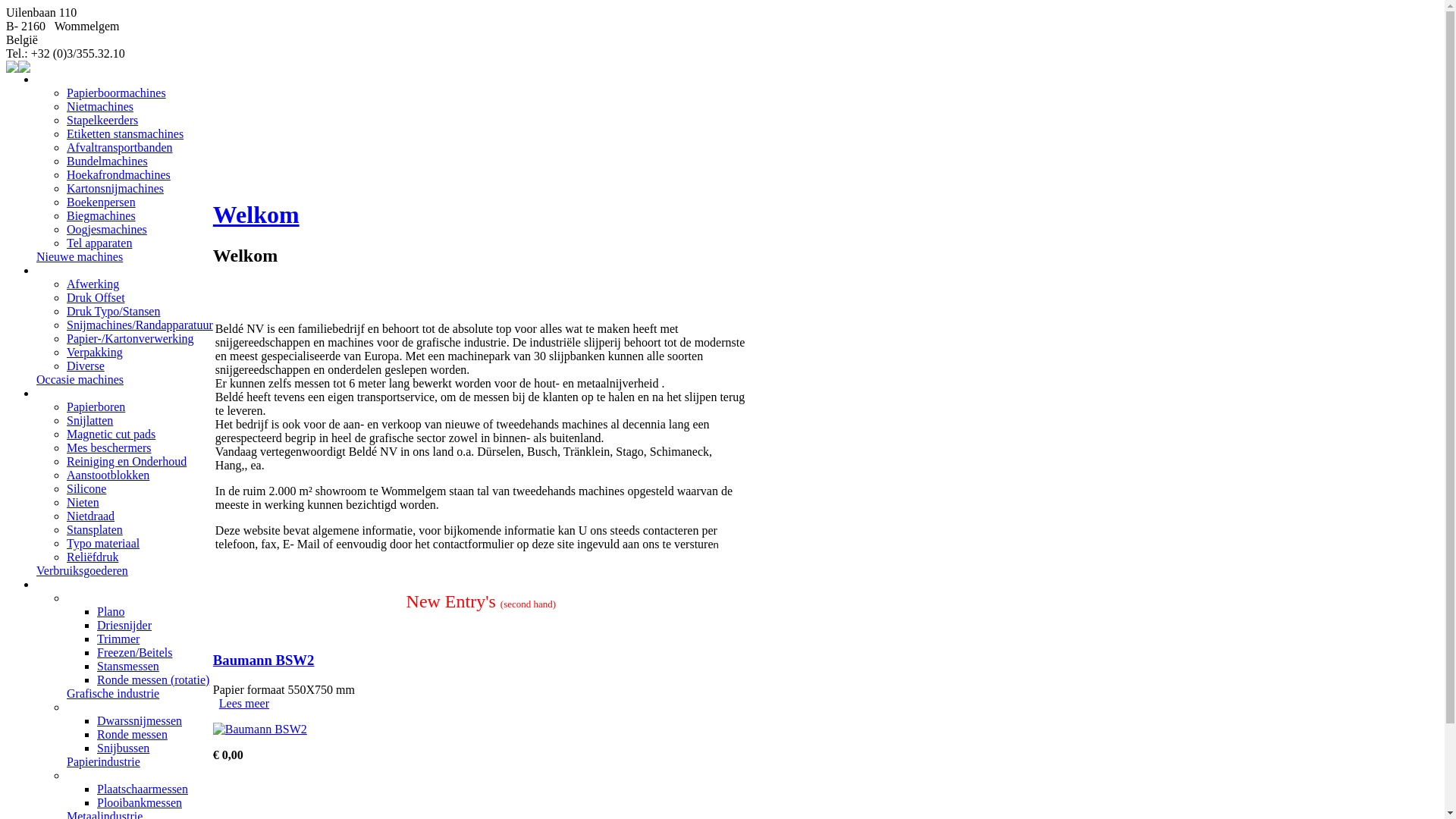  What do you see at coordinates (110, 434) in the screenshot?
I see `'Magnetic cut pads'` at bounding box center [110, 434].